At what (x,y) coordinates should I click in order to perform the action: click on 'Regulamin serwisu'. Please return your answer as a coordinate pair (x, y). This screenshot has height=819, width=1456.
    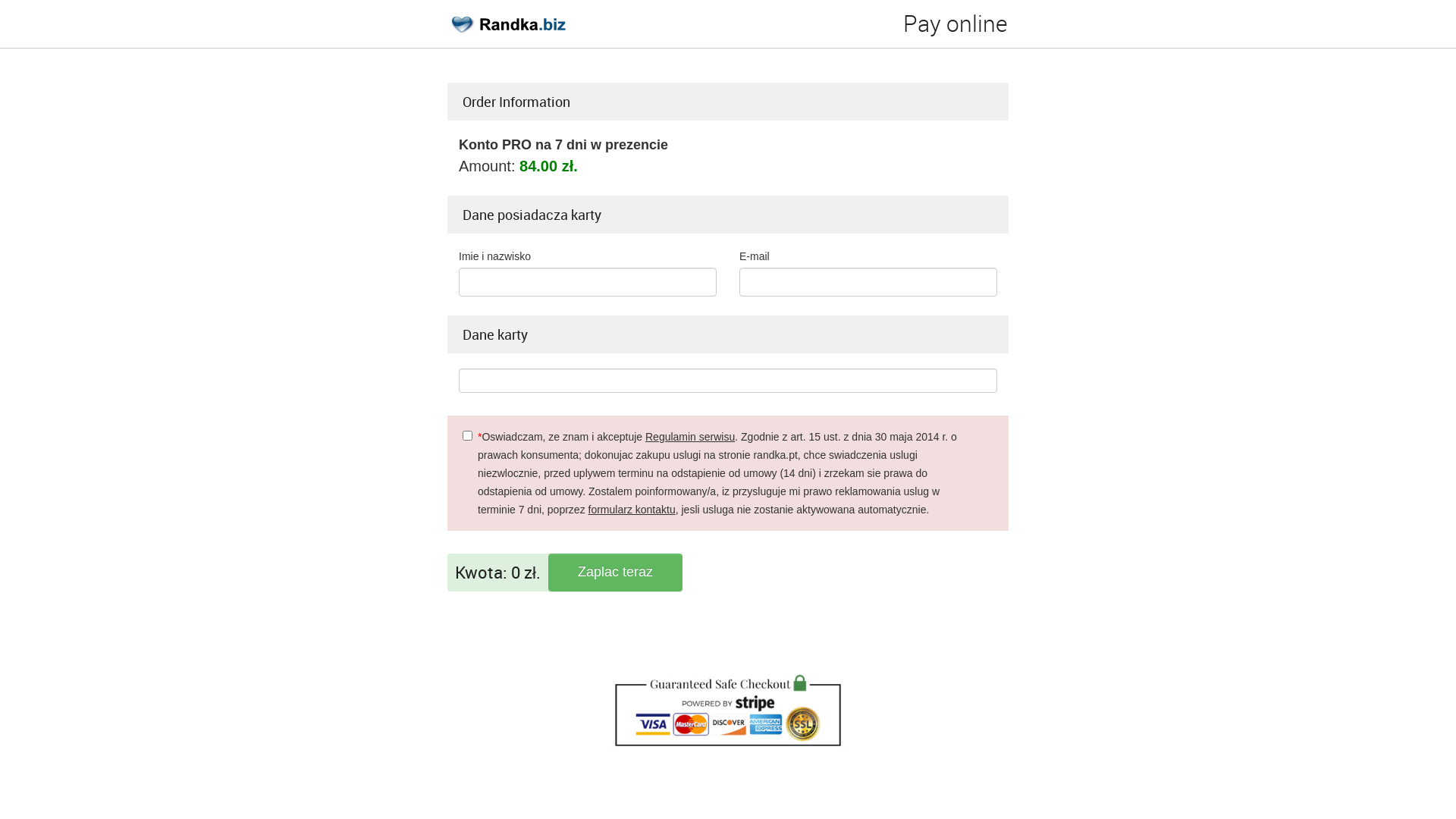
    Looking at the image, I should click on (689, 436).